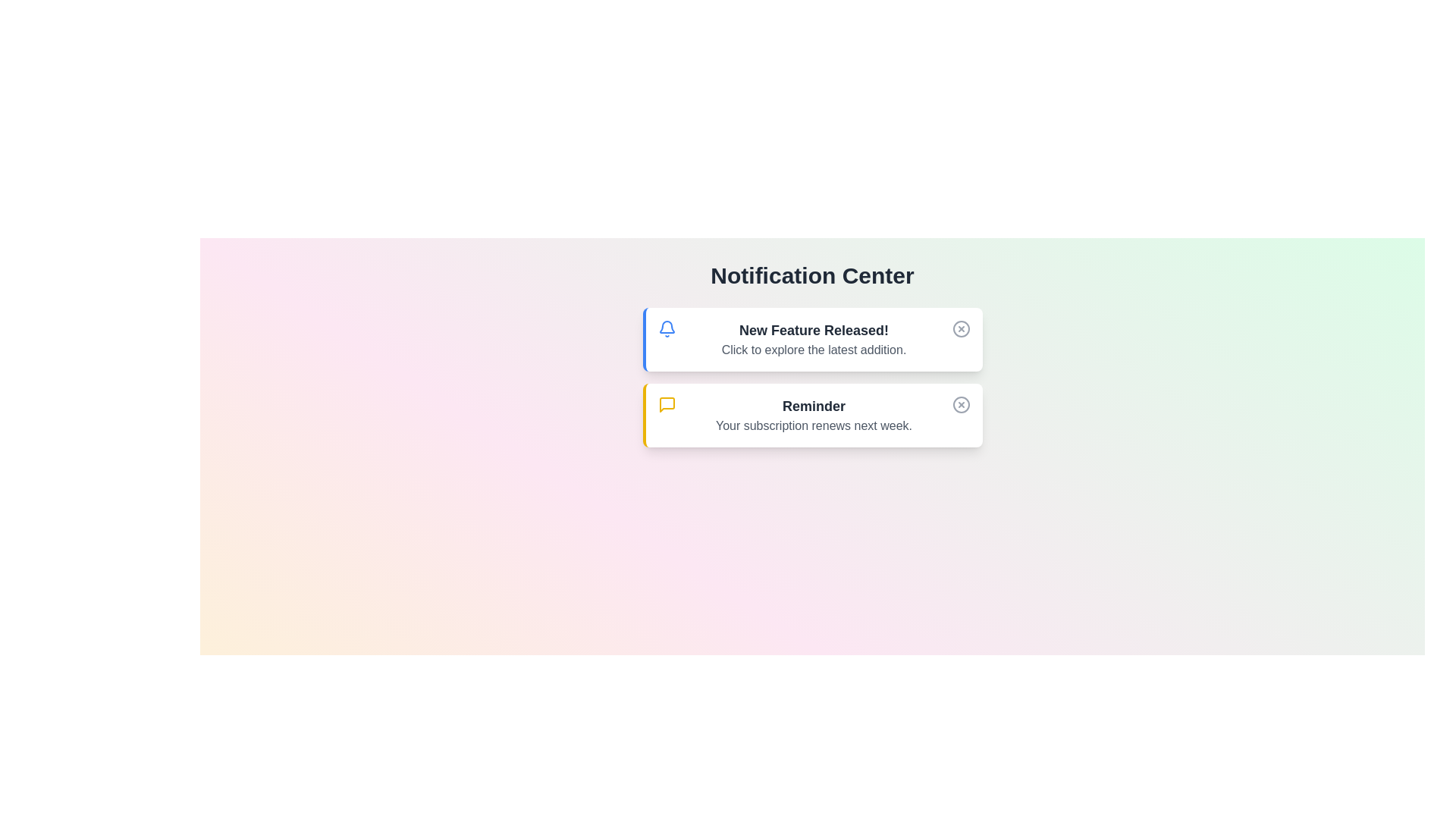 This screenshot has height=819, width=1456. I want to click on the notification titled 'New Feature Released!' to view its details, so click(811, 338).